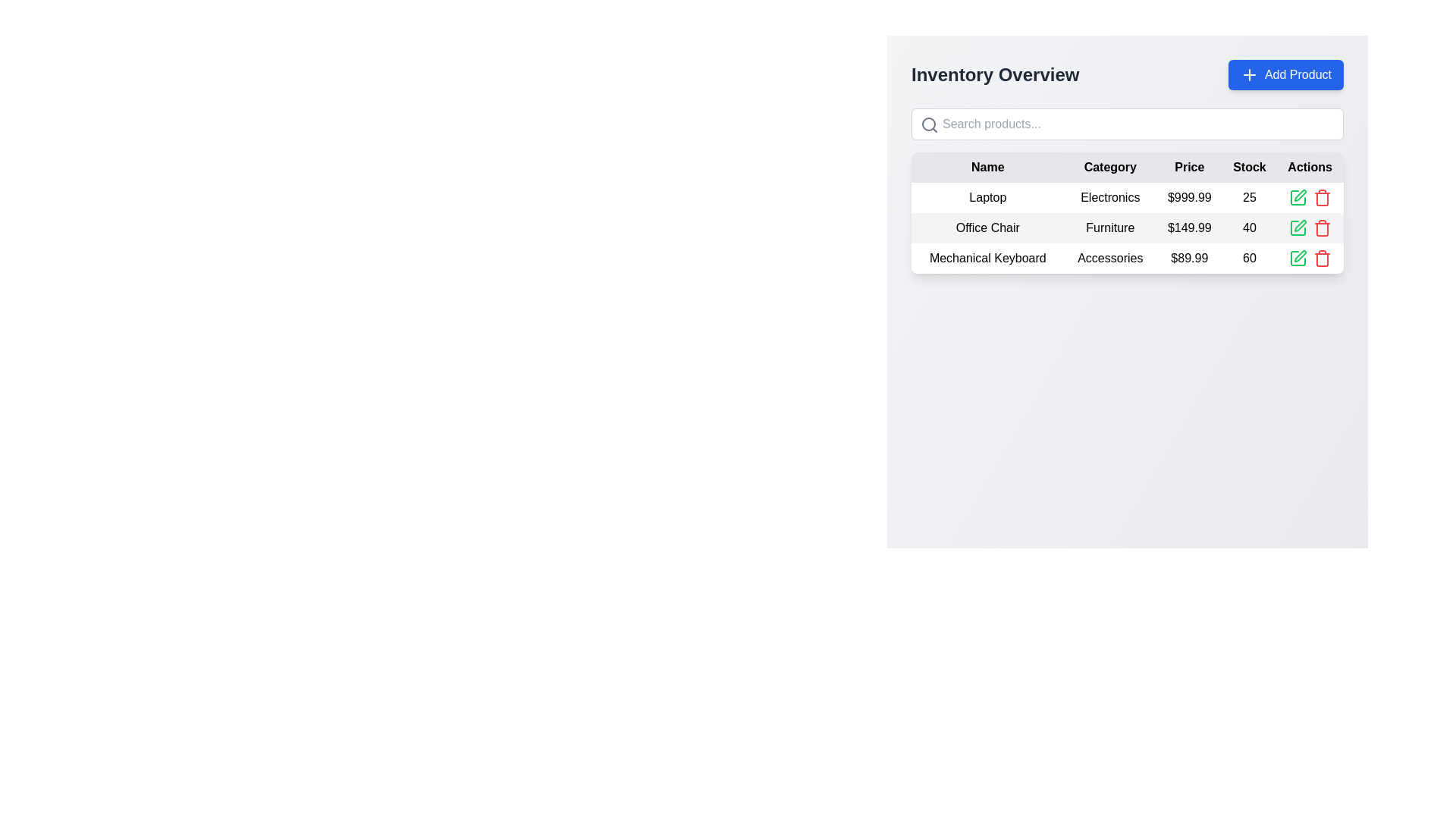  I want to click on the 'Actions' text label, which is the last header in the top-right section of the data table, styled with black text on a light gray background, so click(1309, 167).